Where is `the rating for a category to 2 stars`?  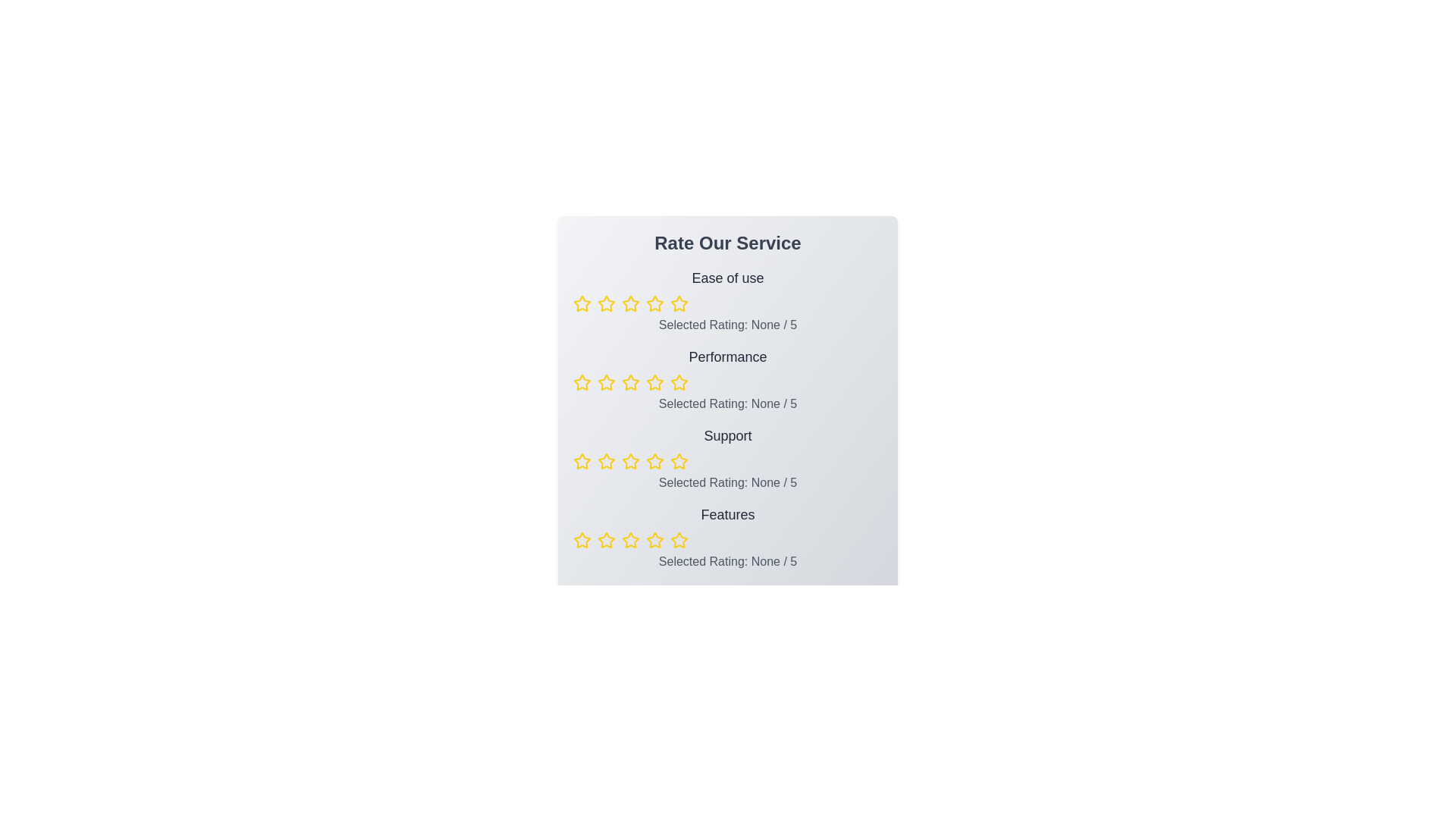 the rating for a category to 2 stars is located at coordinates (607, 304).